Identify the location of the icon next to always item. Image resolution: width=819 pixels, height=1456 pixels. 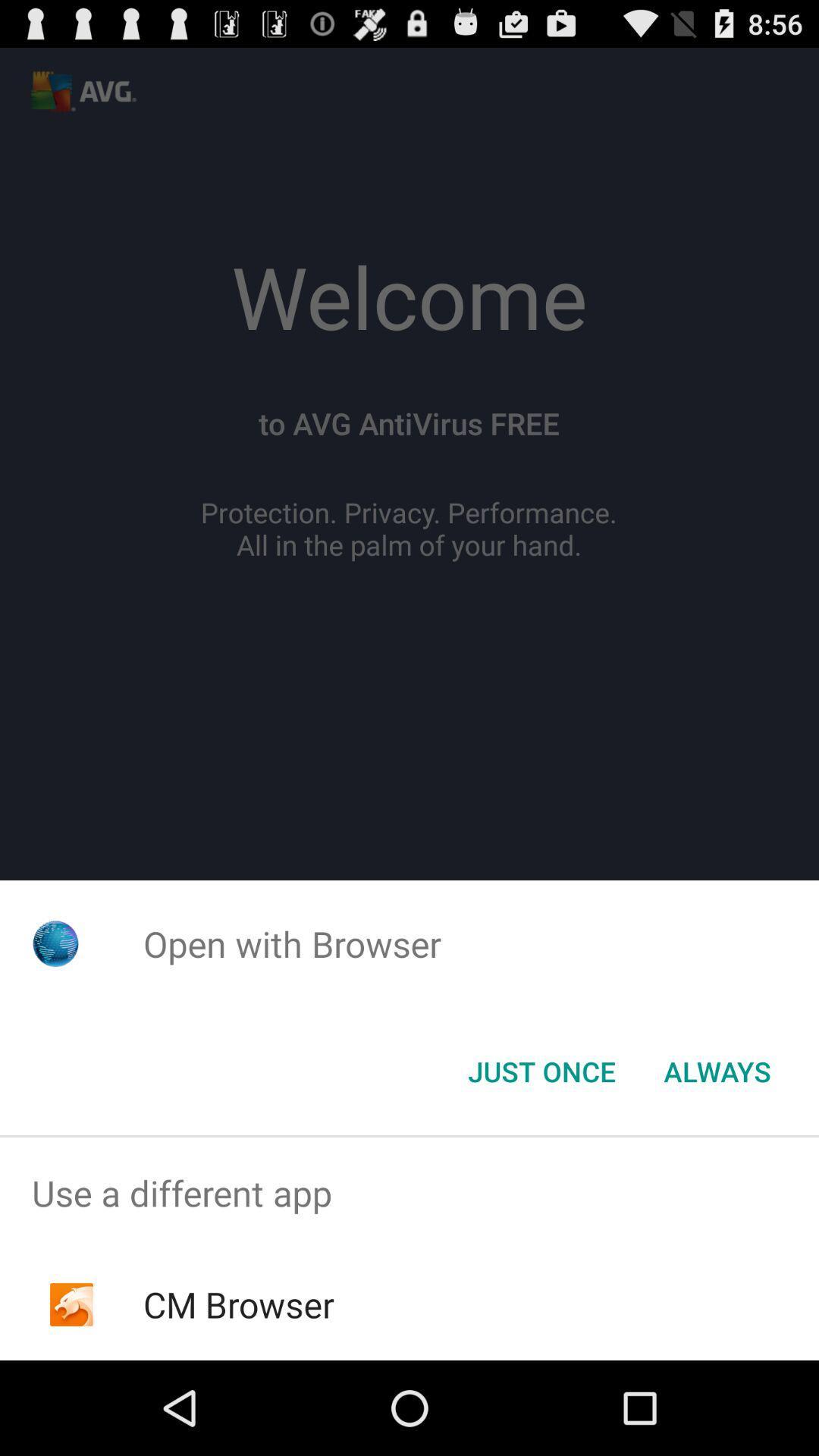
(541, 1070).